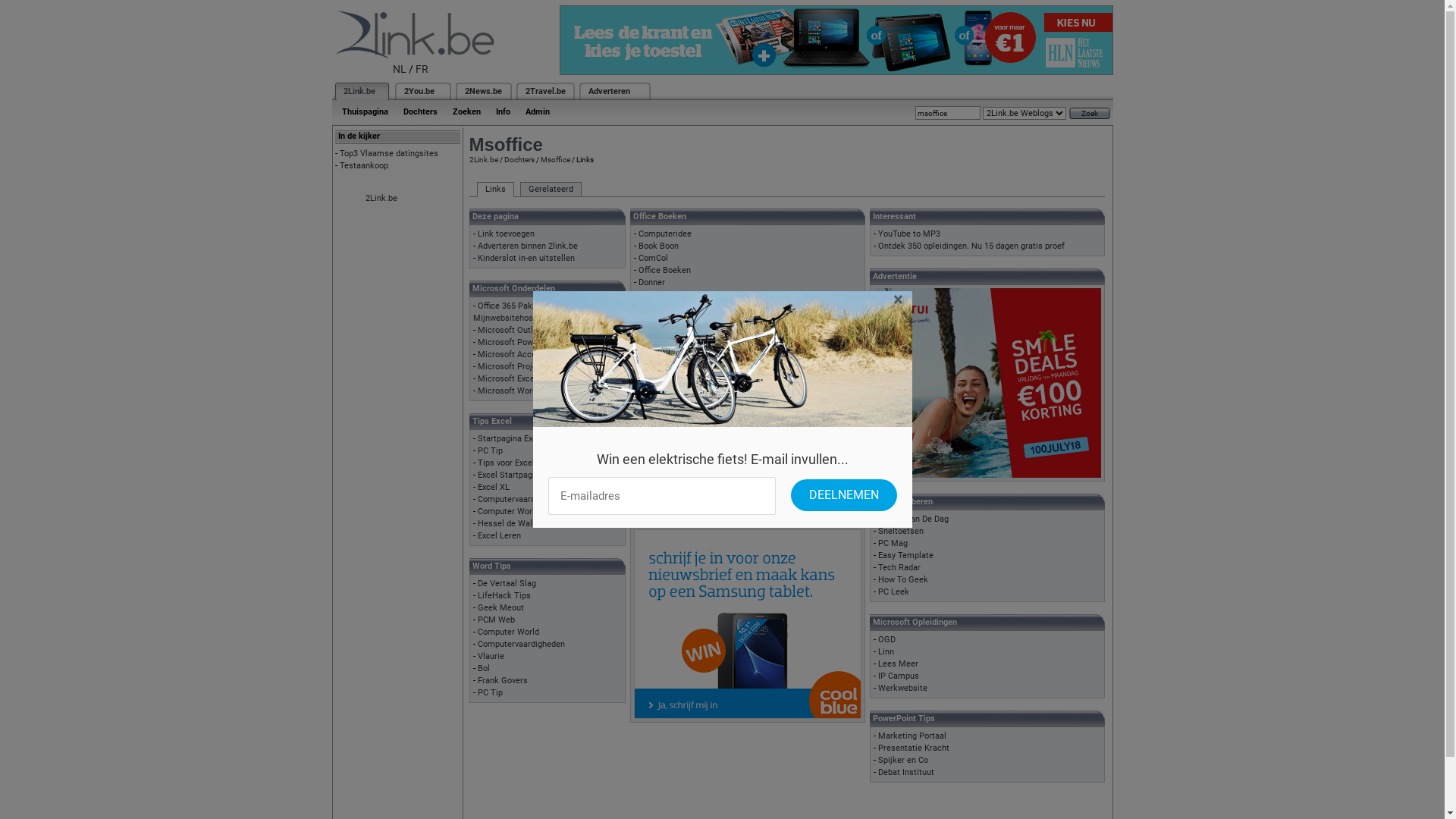  What do you see at coordinates (512, 329) in the screenshot?
I see `'Microsoft Outlook'` at bounding box center [512, 329].